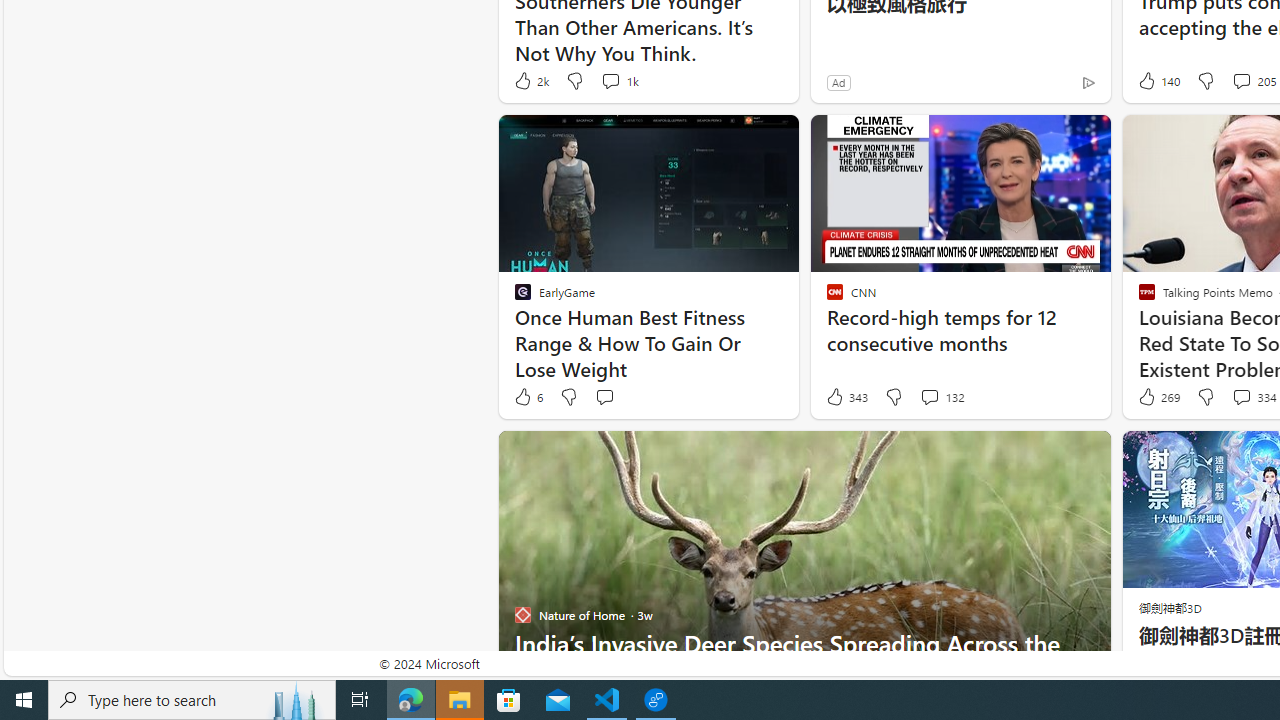  What do you see at coordinates (527, 397) in the screenshot?
I see `'6 Like'` at bounding box center [527, 397].